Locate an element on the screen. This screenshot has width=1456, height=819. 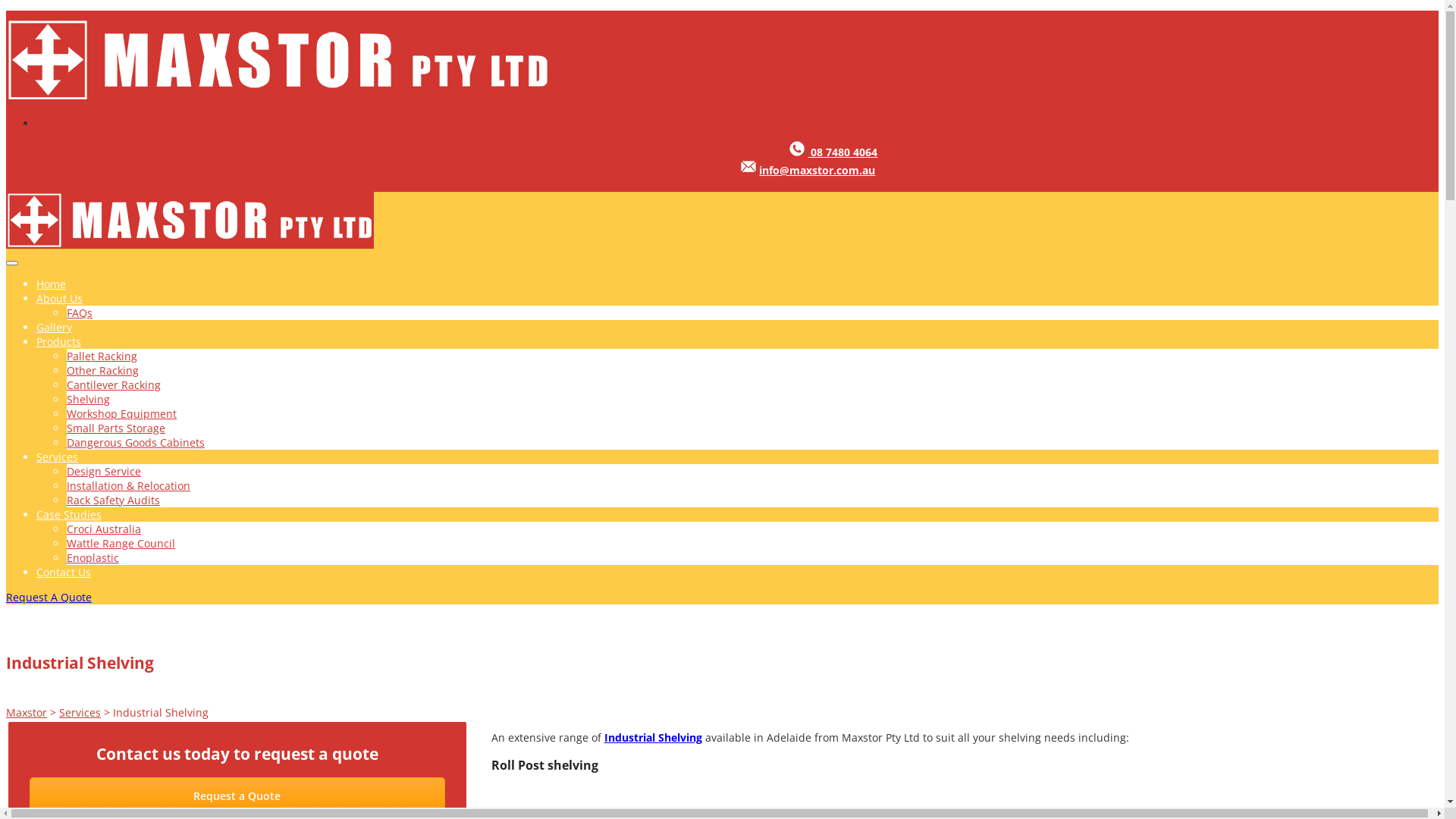
'Gallery' is located at coordinates (36, 326).